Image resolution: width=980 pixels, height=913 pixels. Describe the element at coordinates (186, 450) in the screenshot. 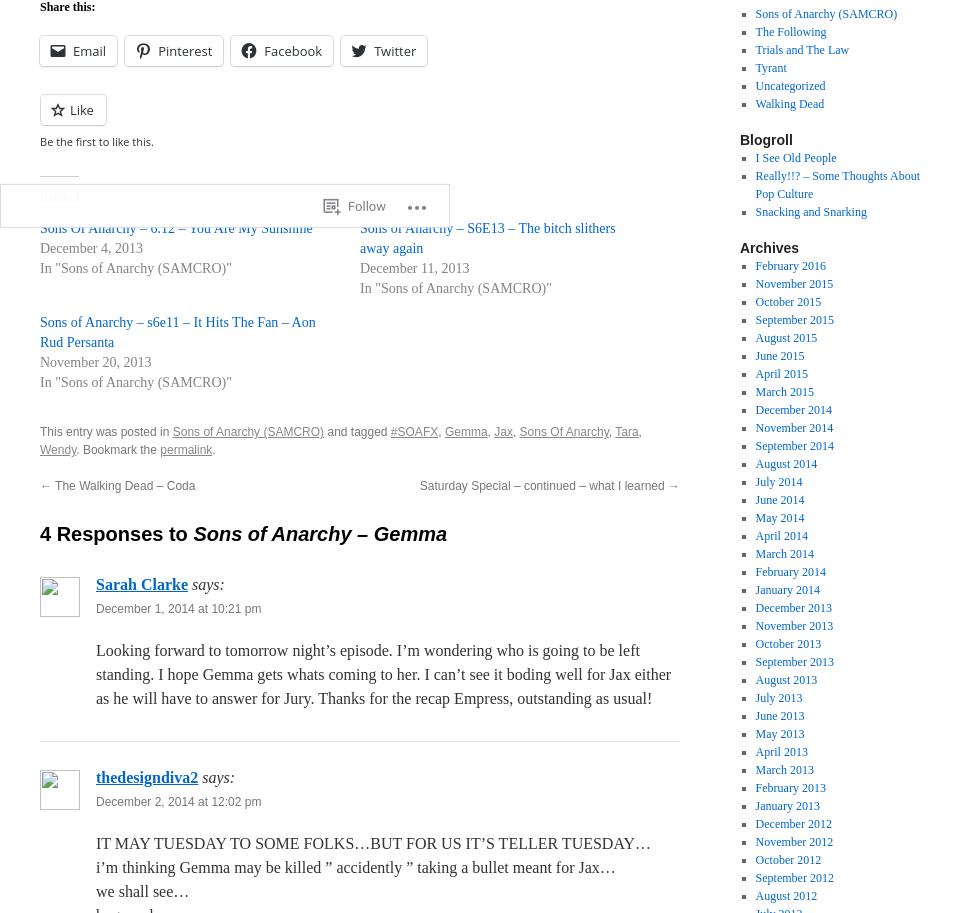

I see `'permalink'` at that location.